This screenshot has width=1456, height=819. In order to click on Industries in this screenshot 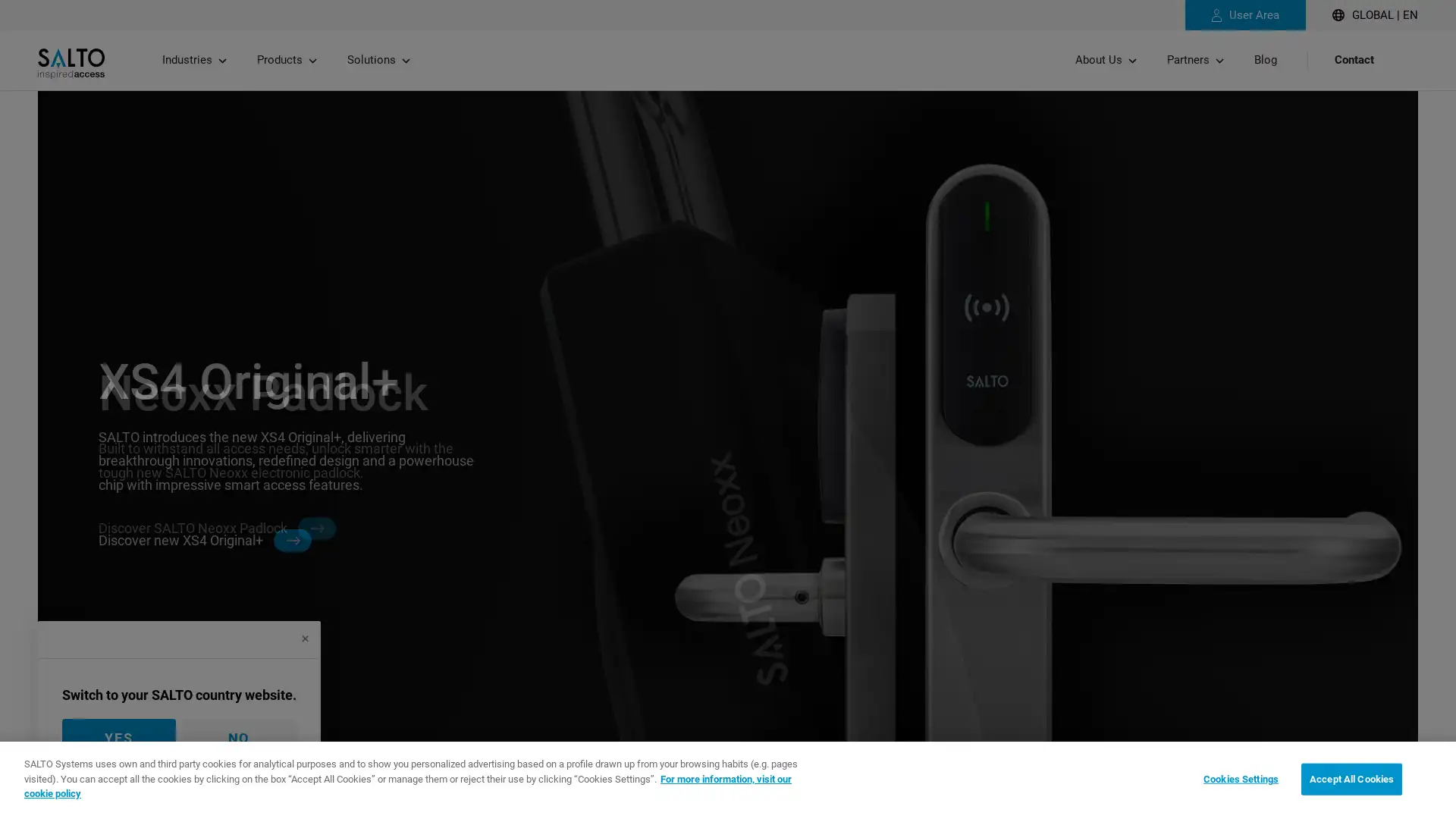, I will do `click(193, 58)`.